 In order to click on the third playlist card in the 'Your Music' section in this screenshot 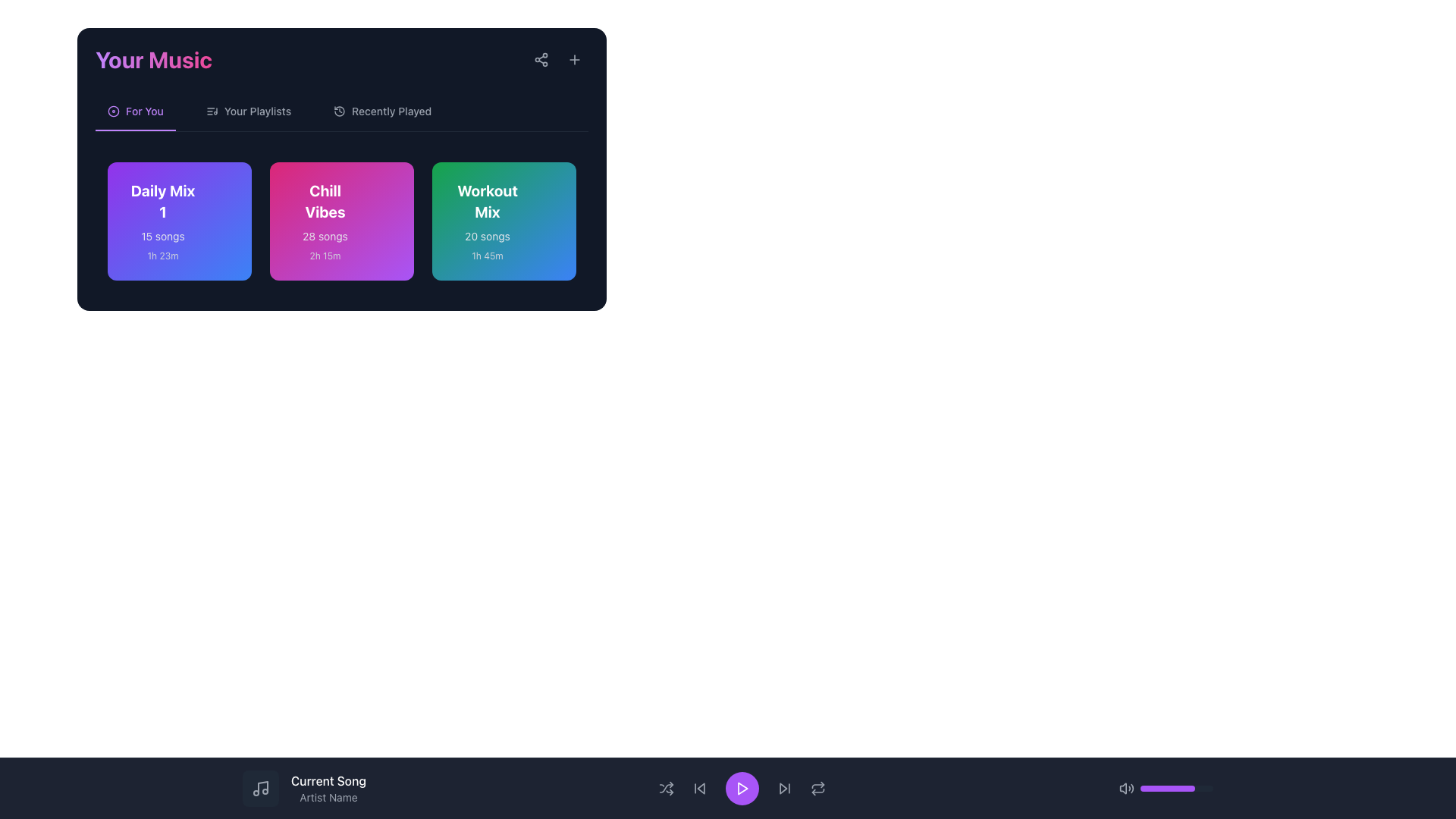, I will do `click(488, 221)`.